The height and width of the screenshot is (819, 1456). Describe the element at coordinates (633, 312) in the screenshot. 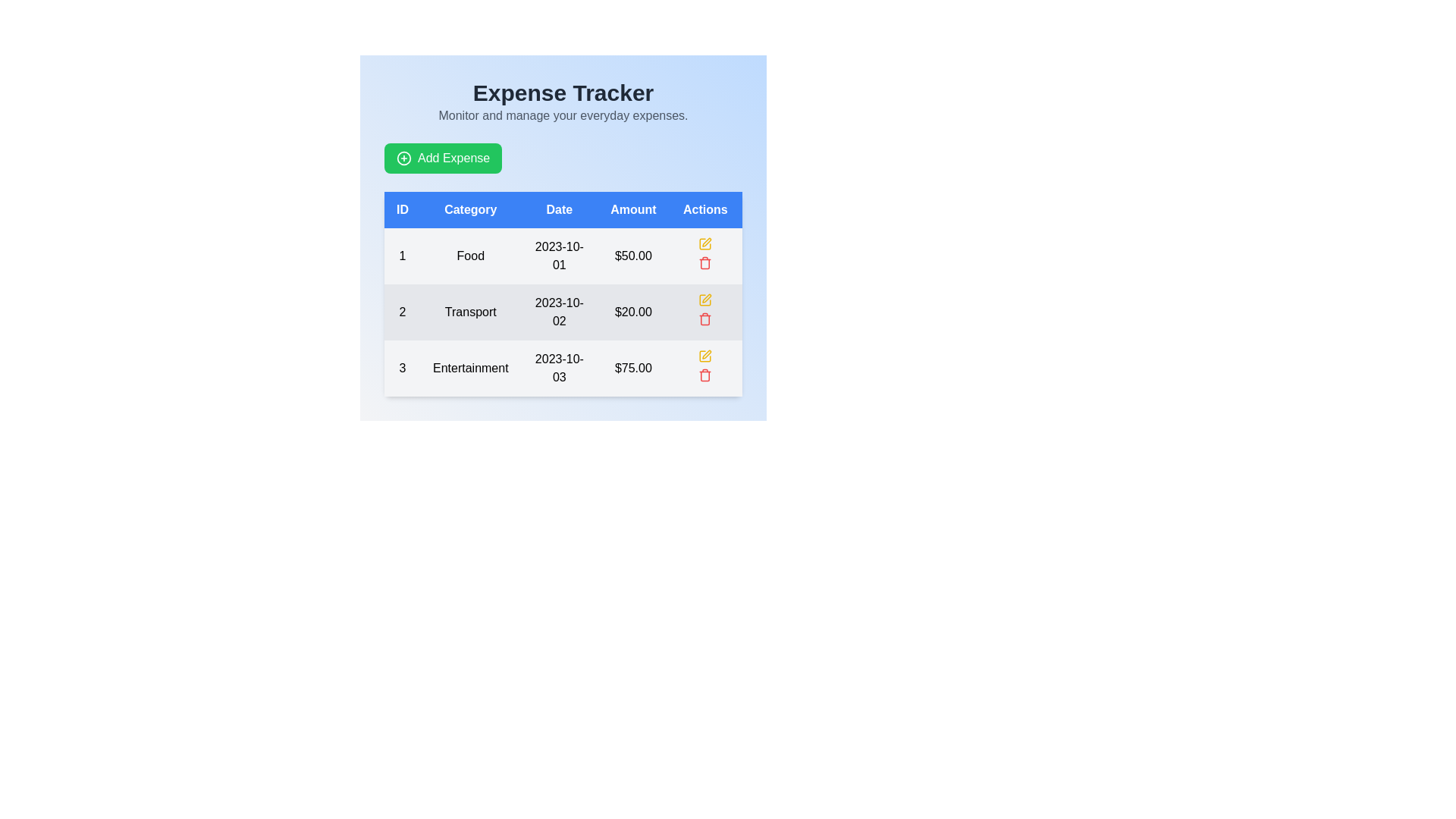

I see `the text label displaying '$20.00' in the fourth column of the second row of a data table, which represents the transaction amount for 'Transport' on '2023-10-02'` at that location.